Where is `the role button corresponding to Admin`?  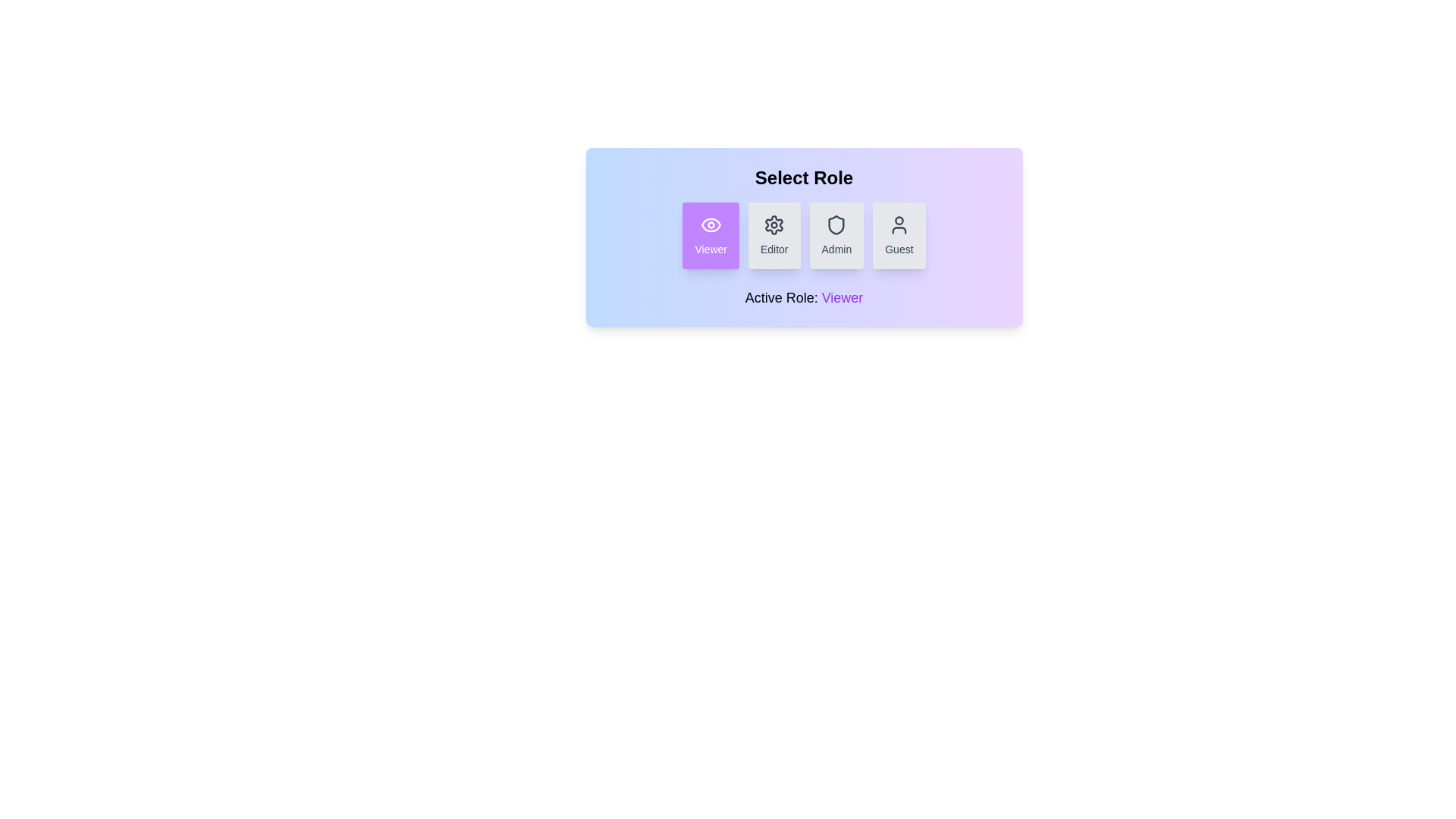 the role button corresponding to Admin is located at coordinates (836, 236).